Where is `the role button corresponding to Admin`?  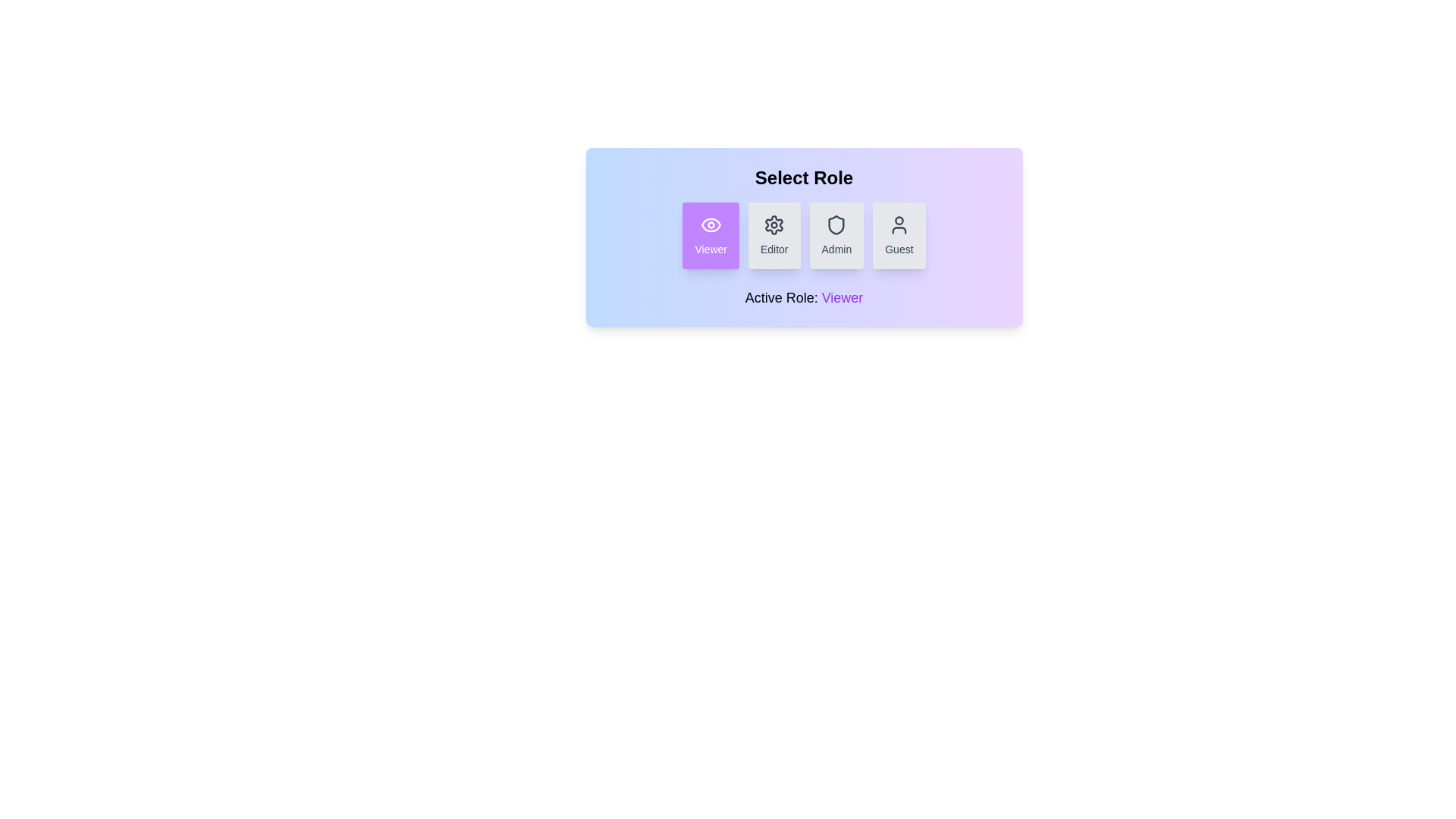 the role button corresponding to Admin is located at coordinates (836, 236).